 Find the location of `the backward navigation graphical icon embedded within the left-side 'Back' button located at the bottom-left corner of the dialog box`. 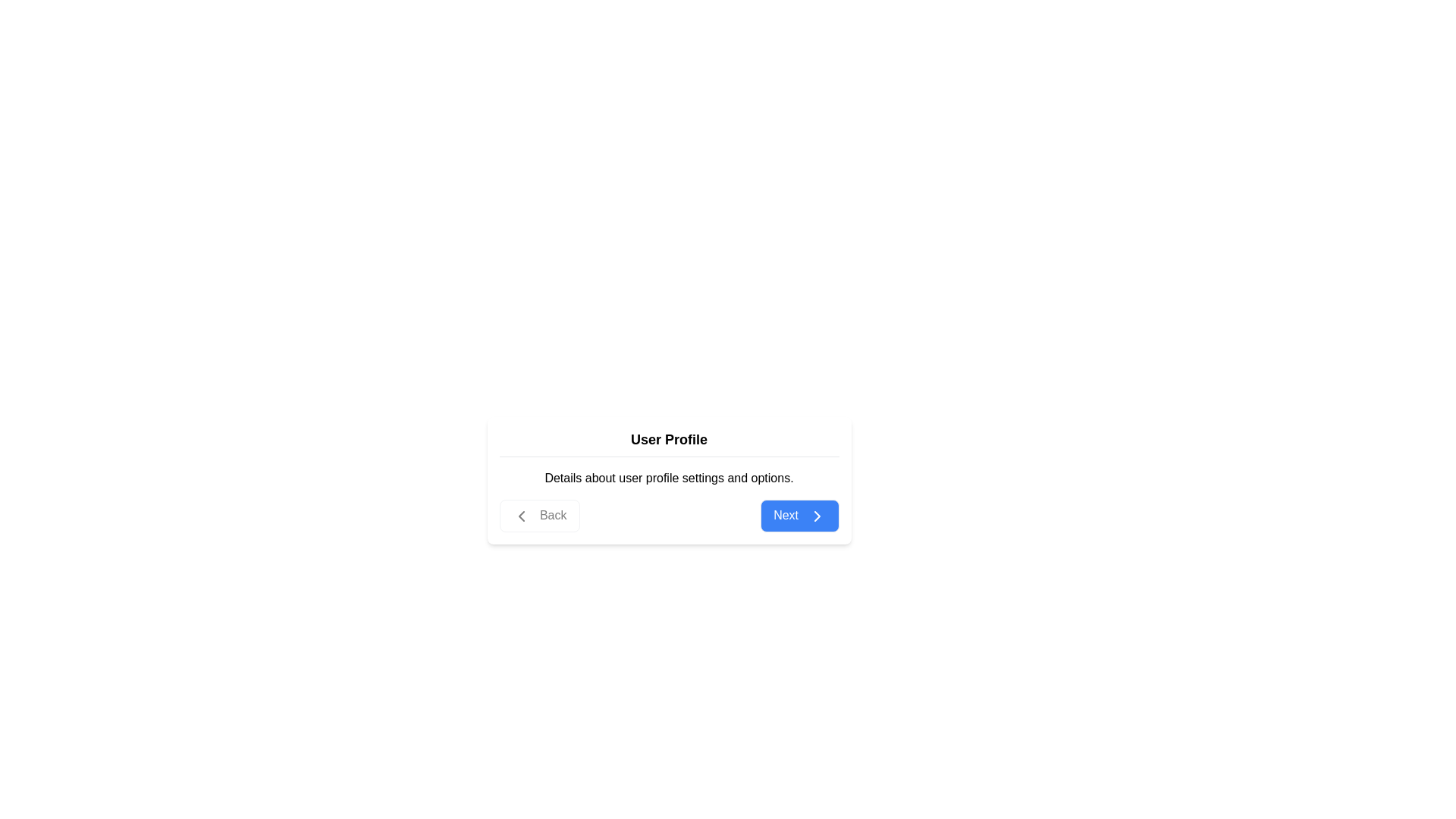

the backward navigation graphical icon embedded within the left-side 'Back' button located at the bottom-left corner of the dialog box is located at coordinates (521, 515).